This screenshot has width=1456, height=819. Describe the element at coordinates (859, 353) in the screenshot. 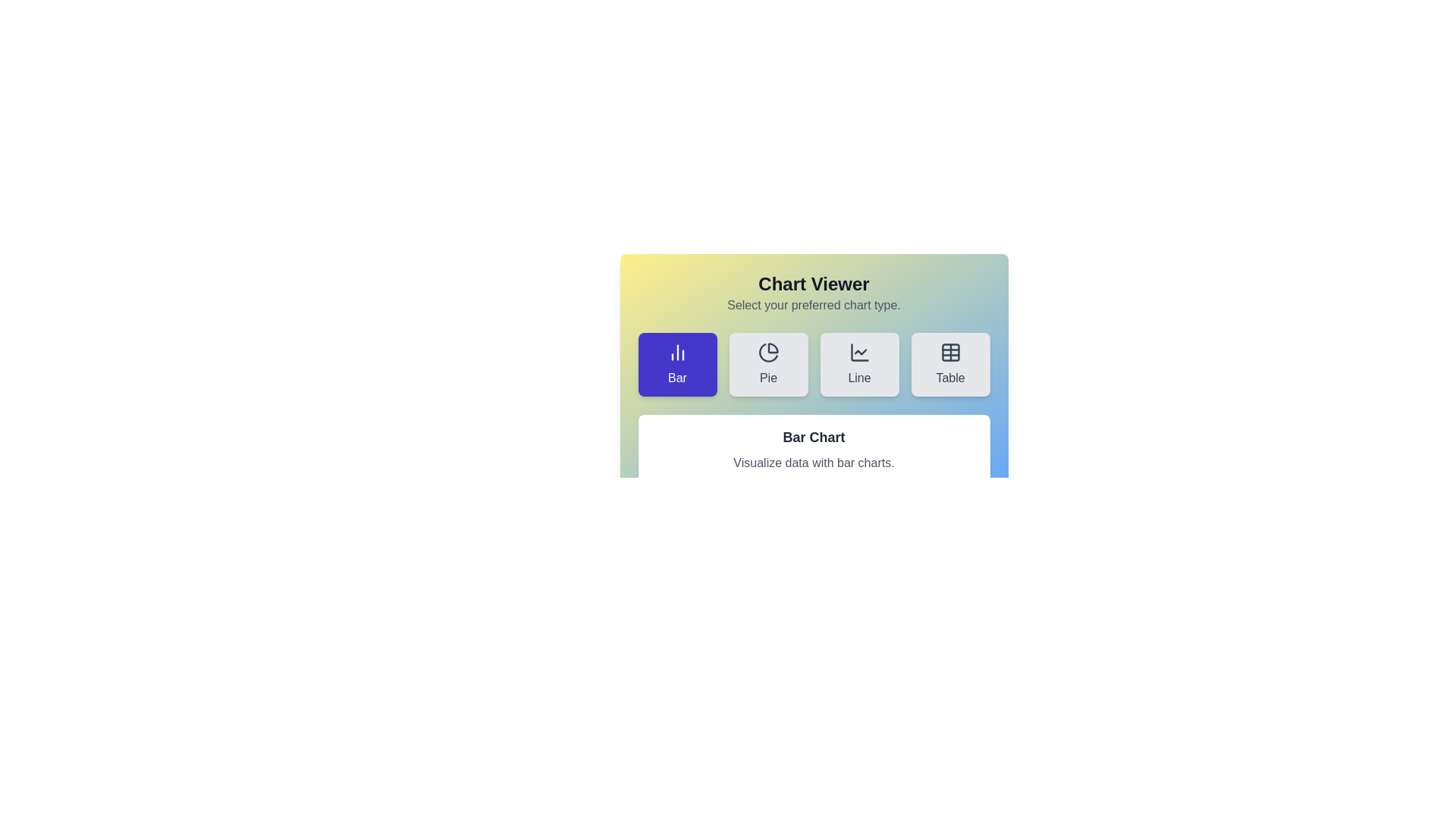

I see `the graphical decoration representing the 'Line' chart type option within the SVG icon, located in the bottom half of the button labeled 'Line'` at that location.